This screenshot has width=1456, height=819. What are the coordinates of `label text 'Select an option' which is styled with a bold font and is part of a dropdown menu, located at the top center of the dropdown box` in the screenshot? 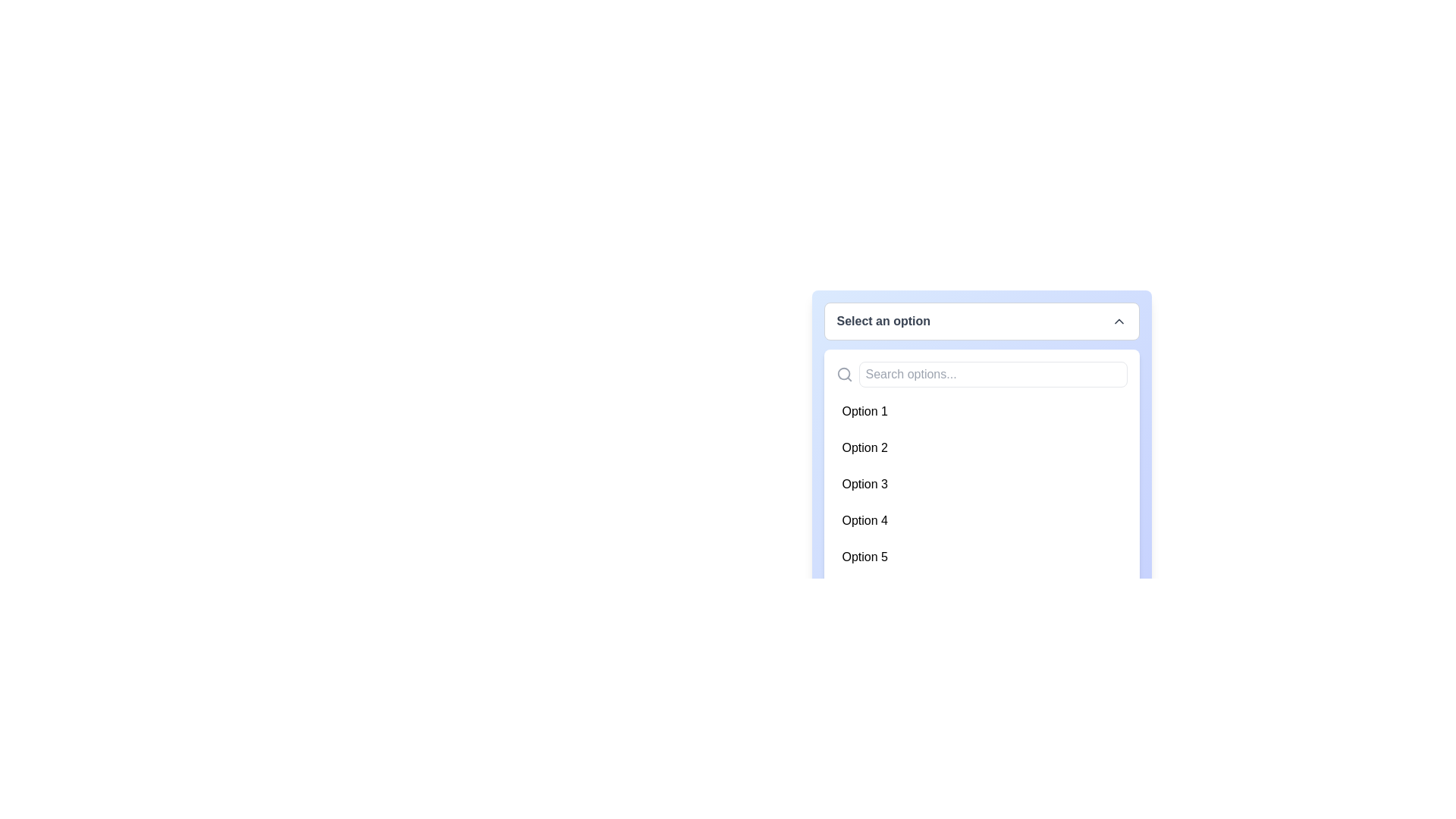 It's located at (883, 321).